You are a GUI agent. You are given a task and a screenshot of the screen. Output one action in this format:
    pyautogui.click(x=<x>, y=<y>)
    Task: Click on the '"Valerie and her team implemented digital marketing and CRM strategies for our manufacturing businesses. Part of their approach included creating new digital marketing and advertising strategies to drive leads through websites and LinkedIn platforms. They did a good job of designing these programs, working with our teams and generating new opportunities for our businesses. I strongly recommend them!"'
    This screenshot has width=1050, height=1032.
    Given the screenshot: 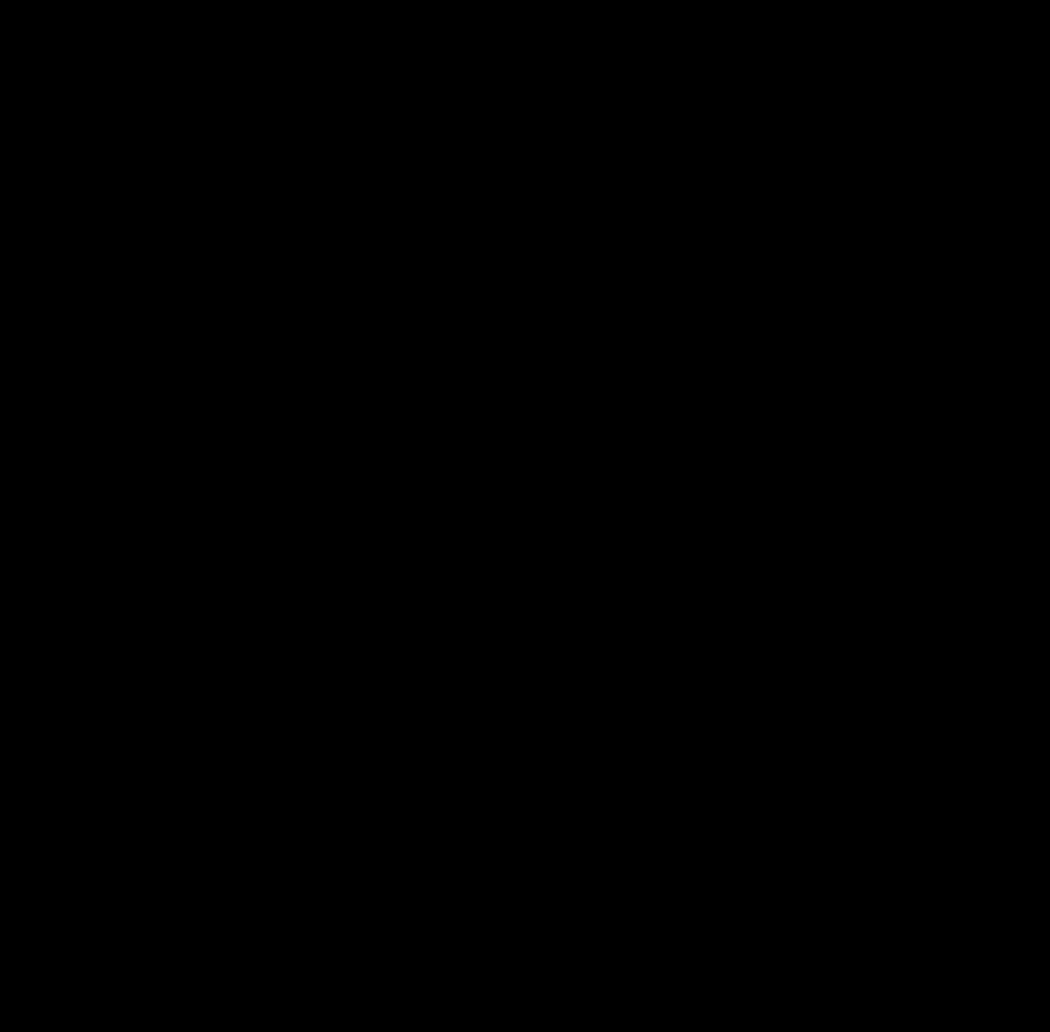 What is the action you would take?
    pyautogui.click(x=560, y=775)
    